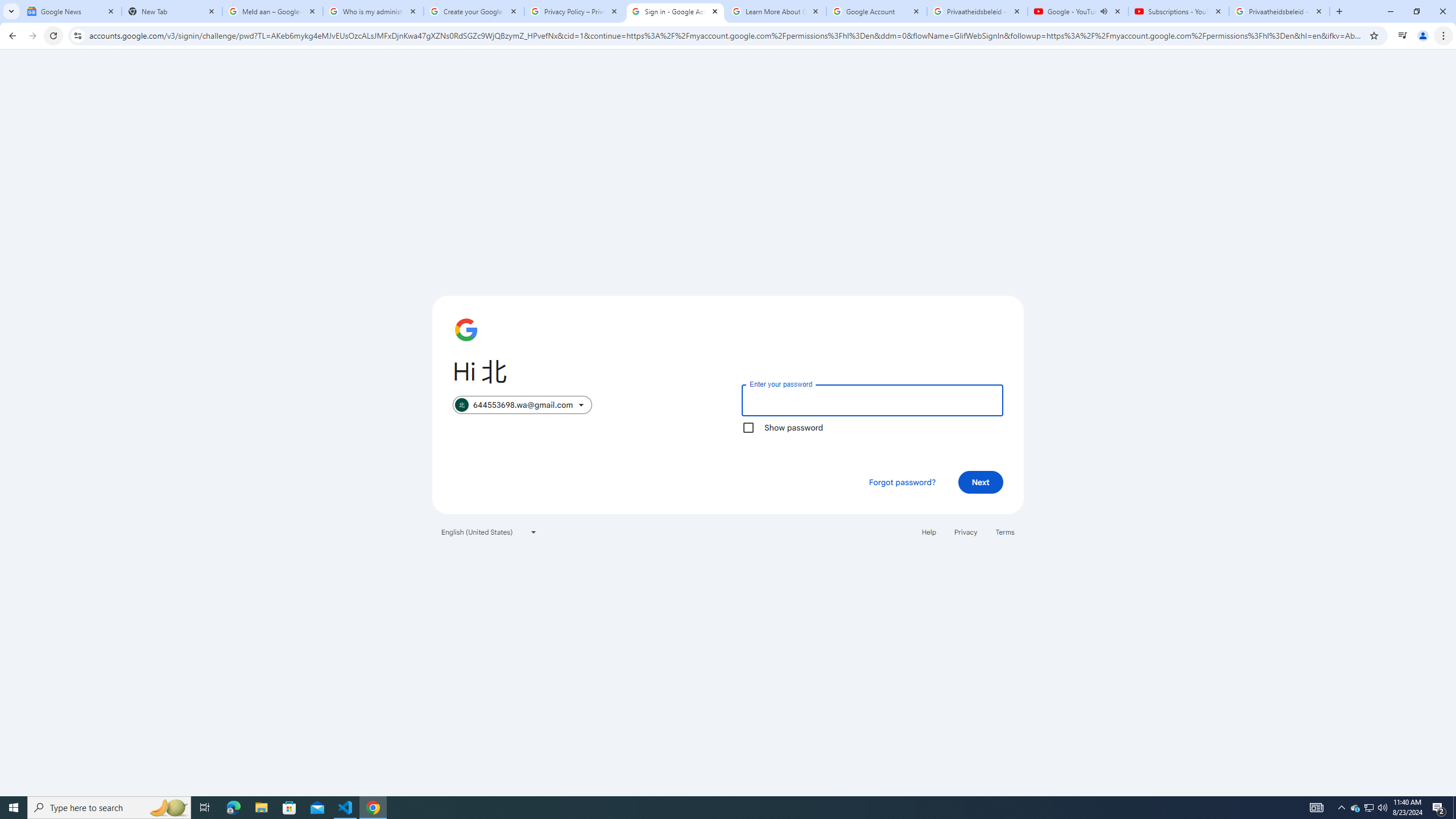 The height and width of the screenshot is (819, 1456). What do you see at coordinates (373, 11) in the screenshot?
I see `'Who is my administrator? - Google Account Help'` at bounding box center [373, 11].